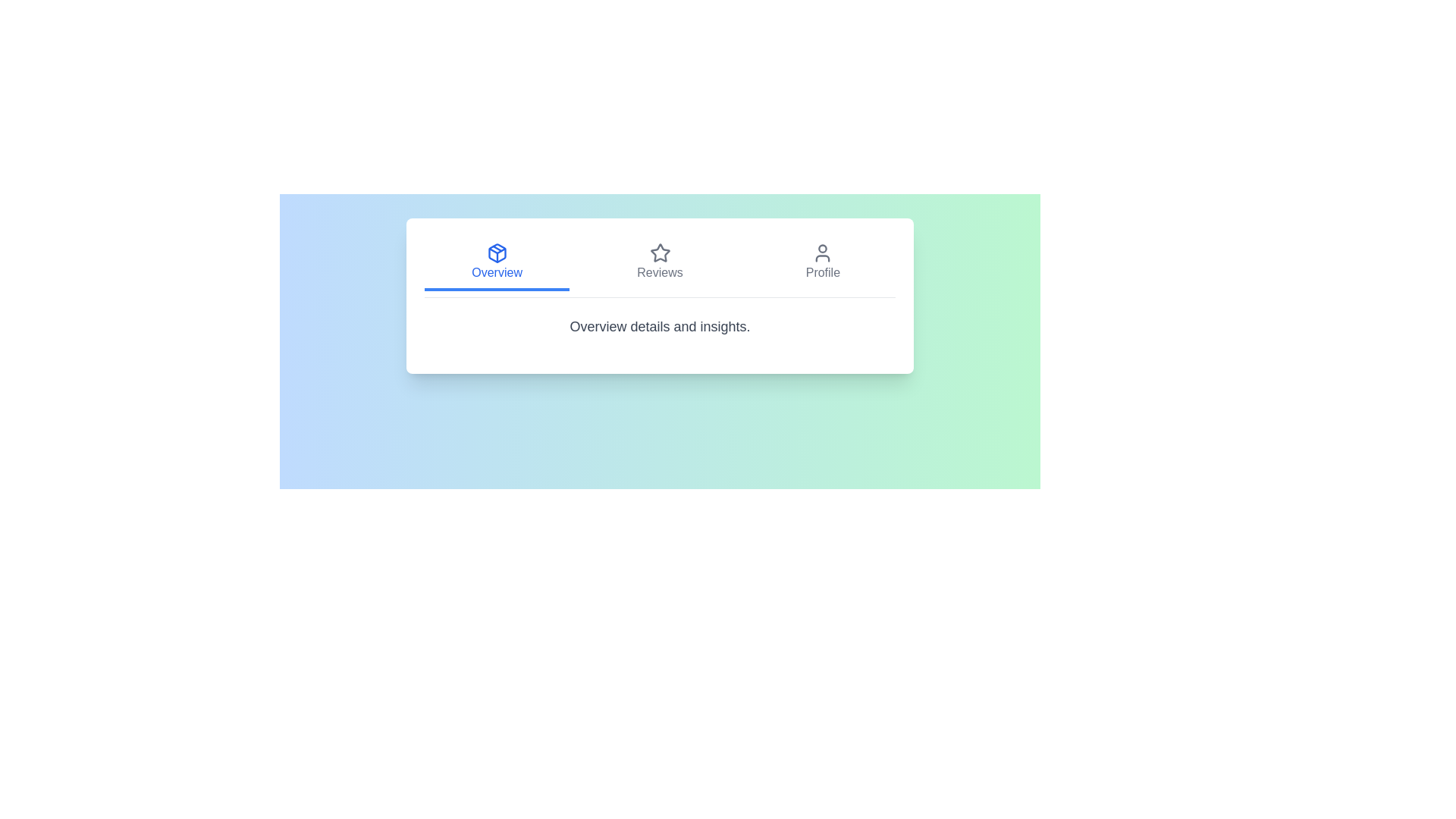  I want to click on the Profile tab by clicking on it, so click(822, 262).